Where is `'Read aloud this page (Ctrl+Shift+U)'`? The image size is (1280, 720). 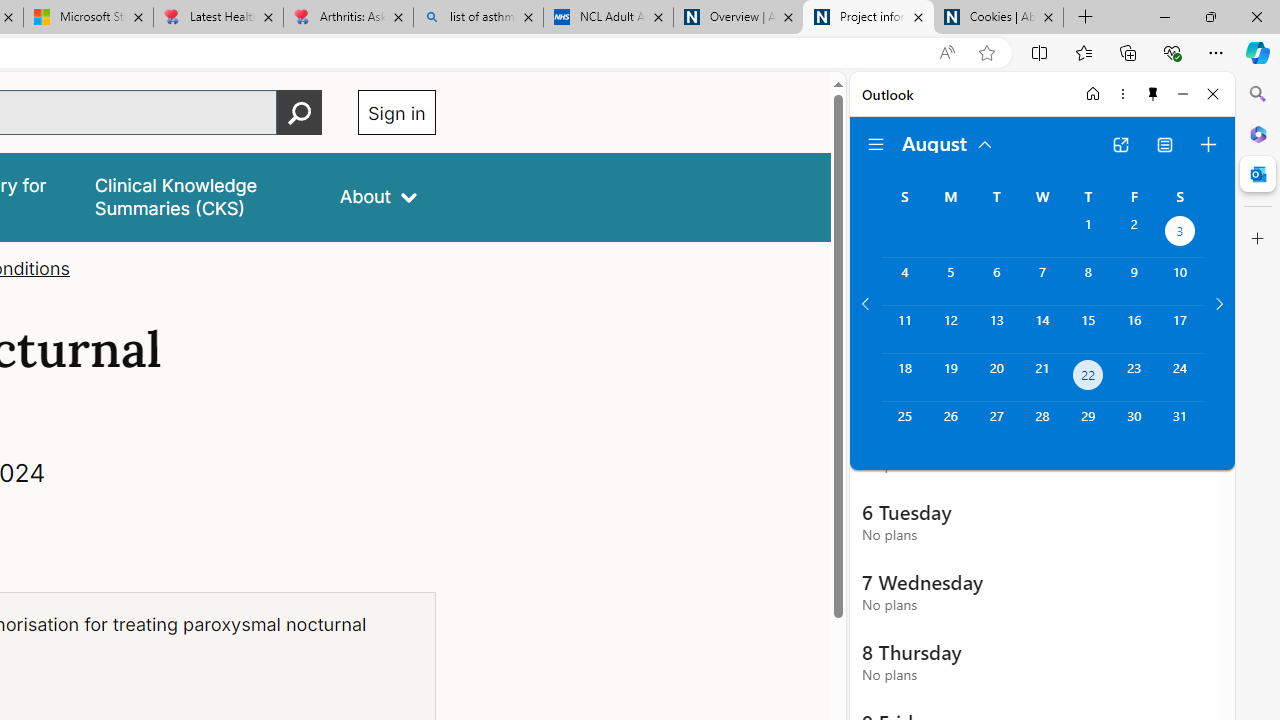
'Read aloud this page (Ctrl+Shift+U)' is located at coordinates (945, 52).